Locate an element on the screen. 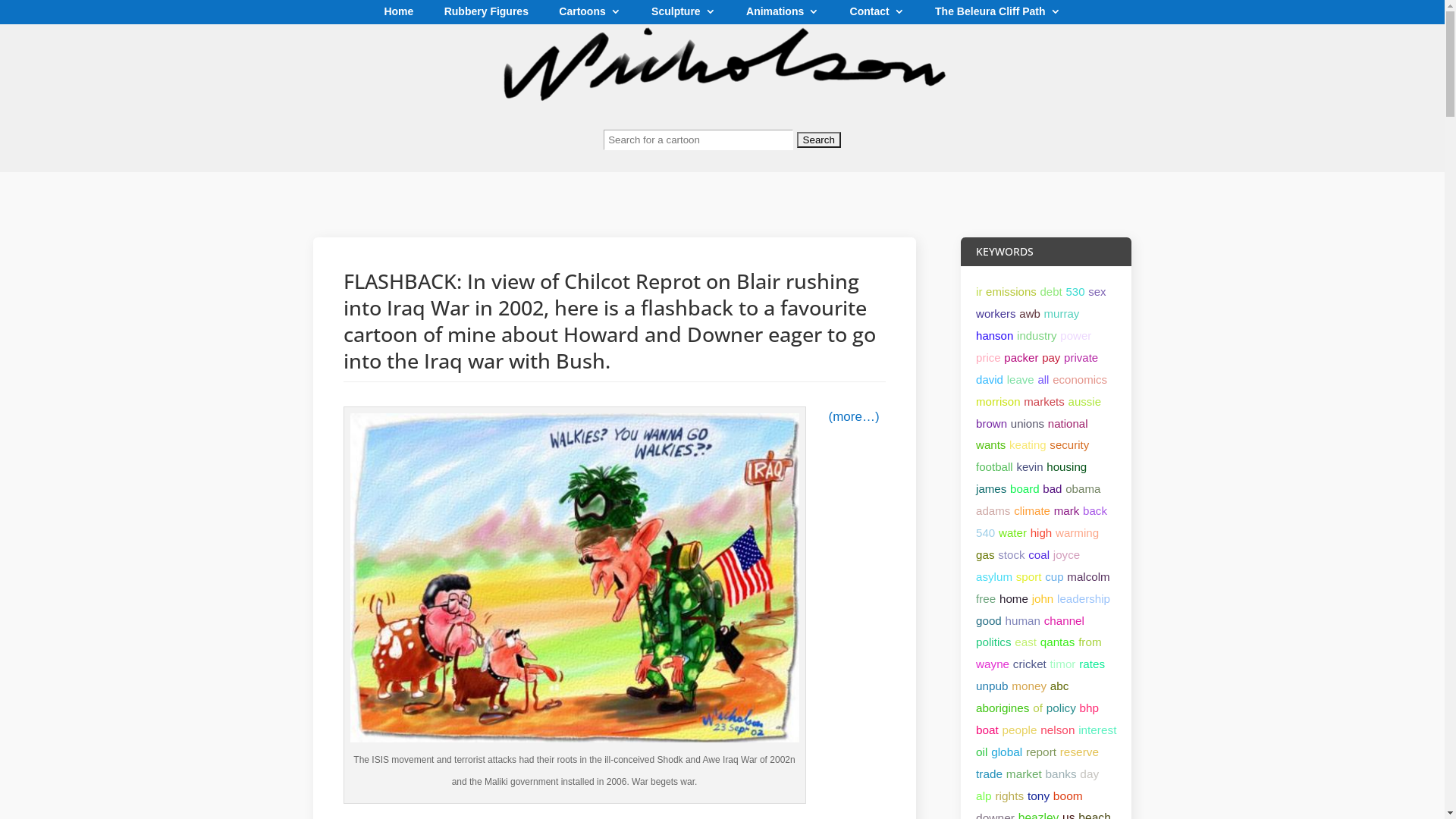 This screenshot has height=819, width=1456. 'board' is located at coordinates (1025, 488).